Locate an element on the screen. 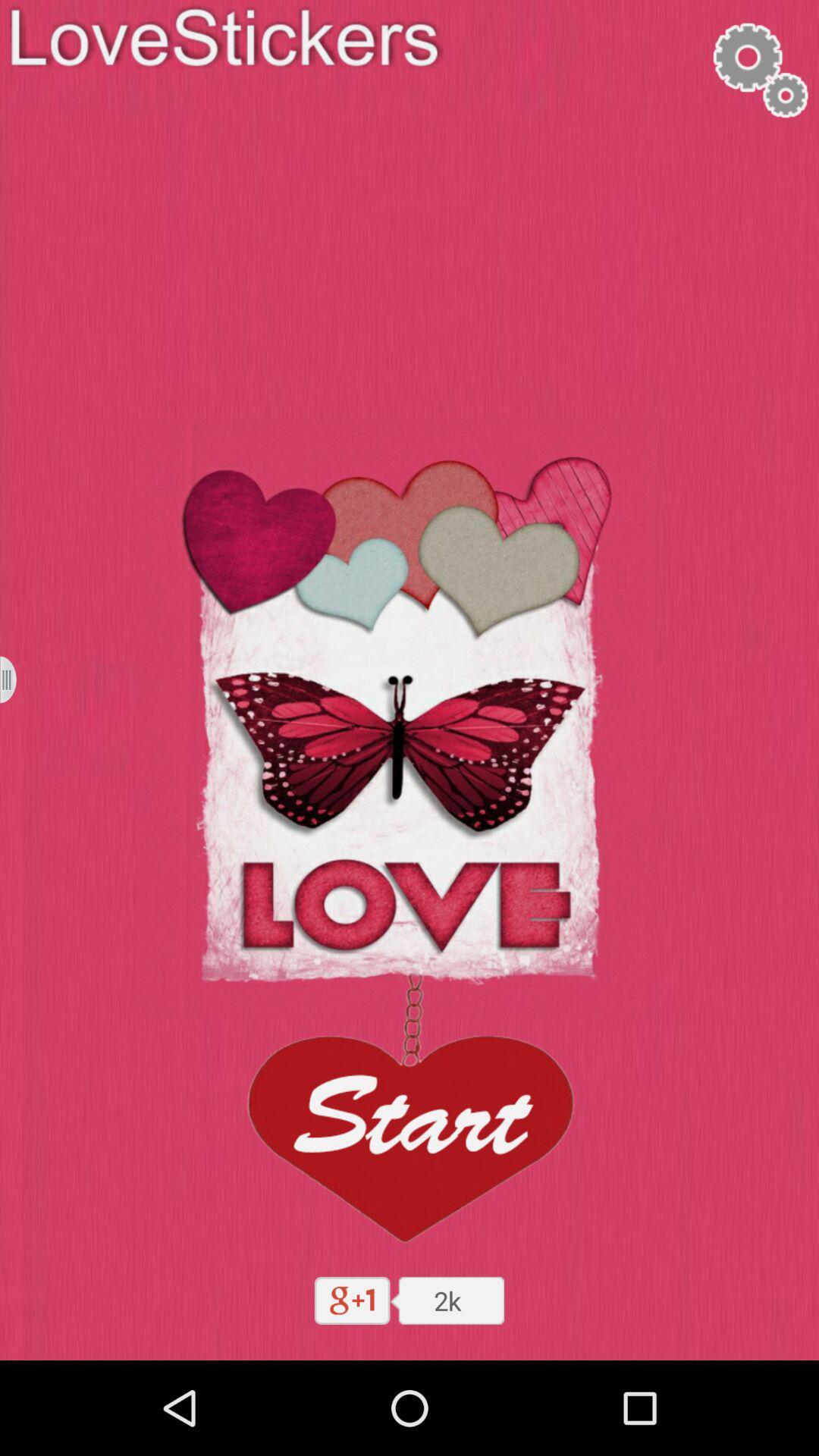 This screenshot has width=819, height=1456. access settings is located at coordinates (759, 69).